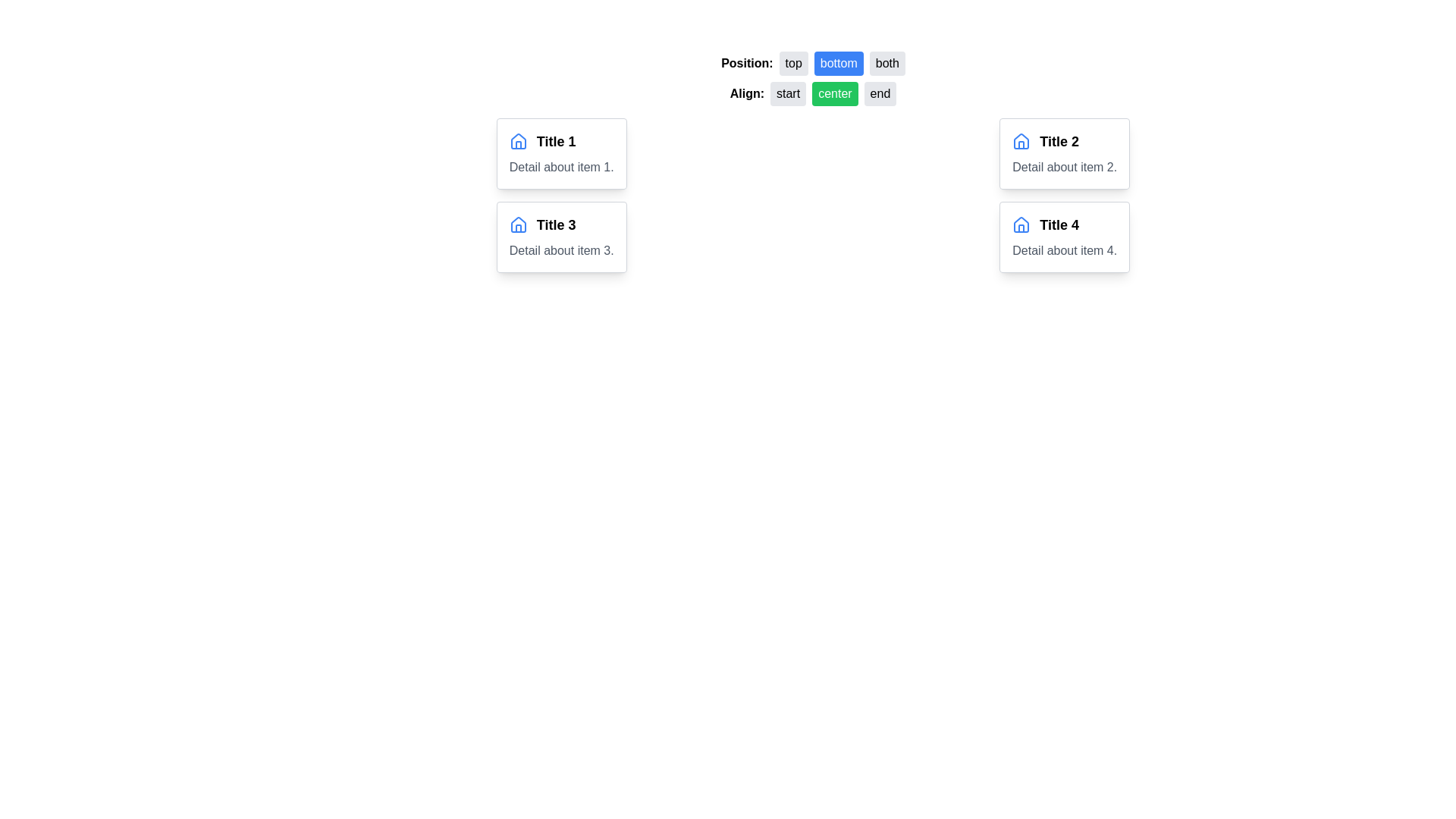 The height and width of the screenshot is (819, 1456). What do you see at coordinates (1059, 141) in the screenshot?
I see `text label displaying 'Title 2' located in the second card of the right column, which is styled with a bold and large font` at bounding box center [1059, 141].